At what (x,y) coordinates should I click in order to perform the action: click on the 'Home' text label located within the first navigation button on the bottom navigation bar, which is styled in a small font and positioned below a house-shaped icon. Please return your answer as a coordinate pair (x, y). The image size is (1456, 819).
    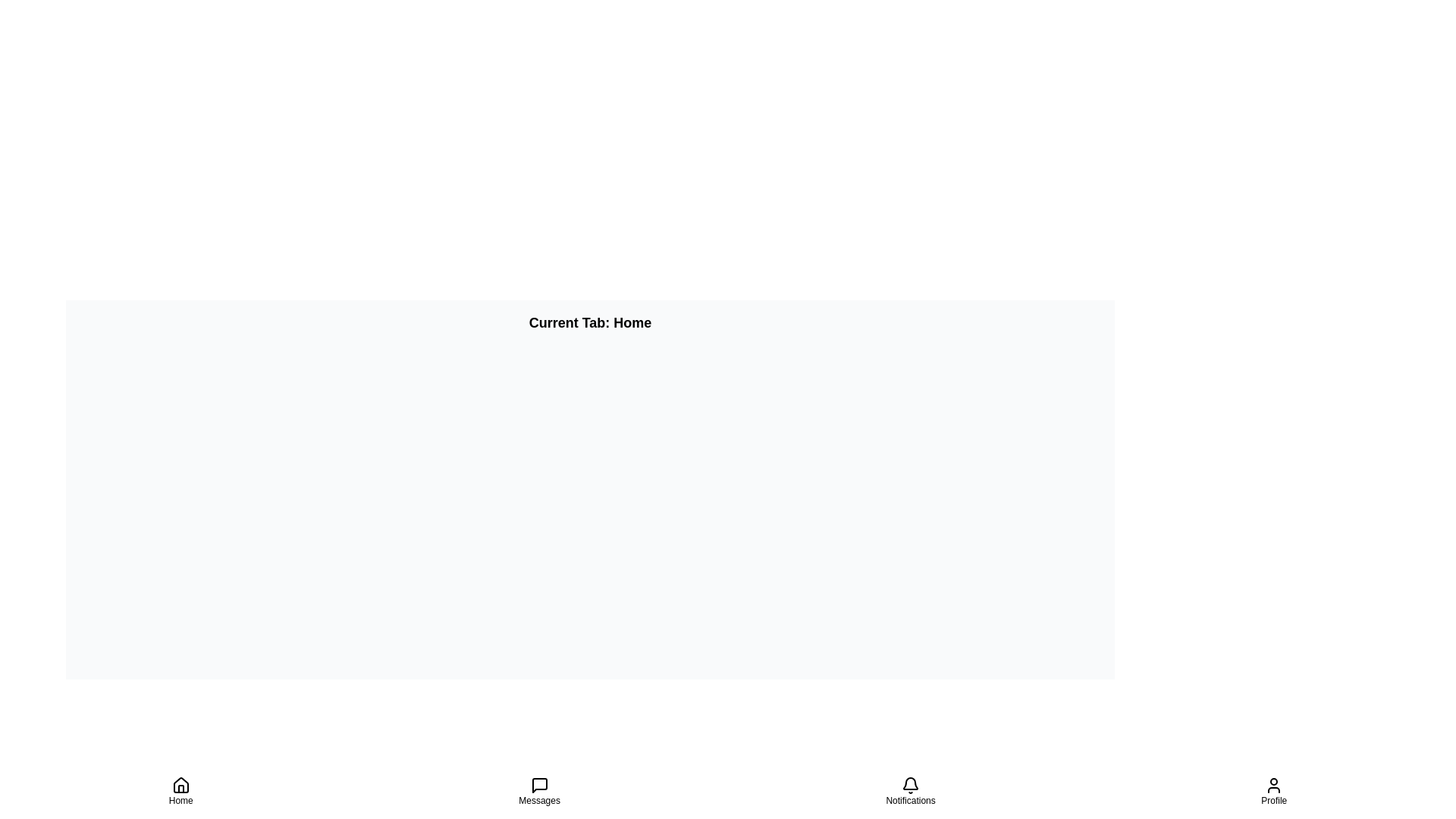
    Looking at the image, I should click on (180, 800).